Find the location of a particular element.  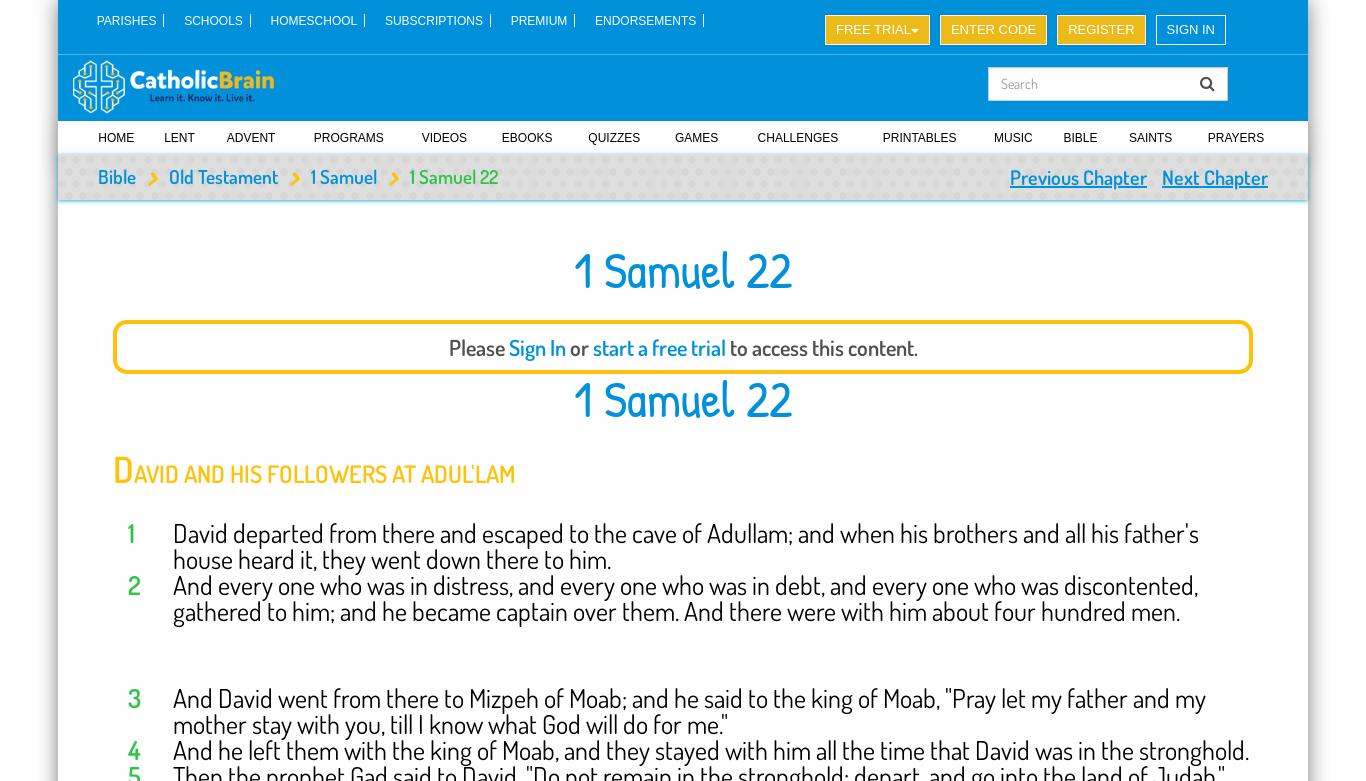

'Bible' is located at coordinates (116, 175).